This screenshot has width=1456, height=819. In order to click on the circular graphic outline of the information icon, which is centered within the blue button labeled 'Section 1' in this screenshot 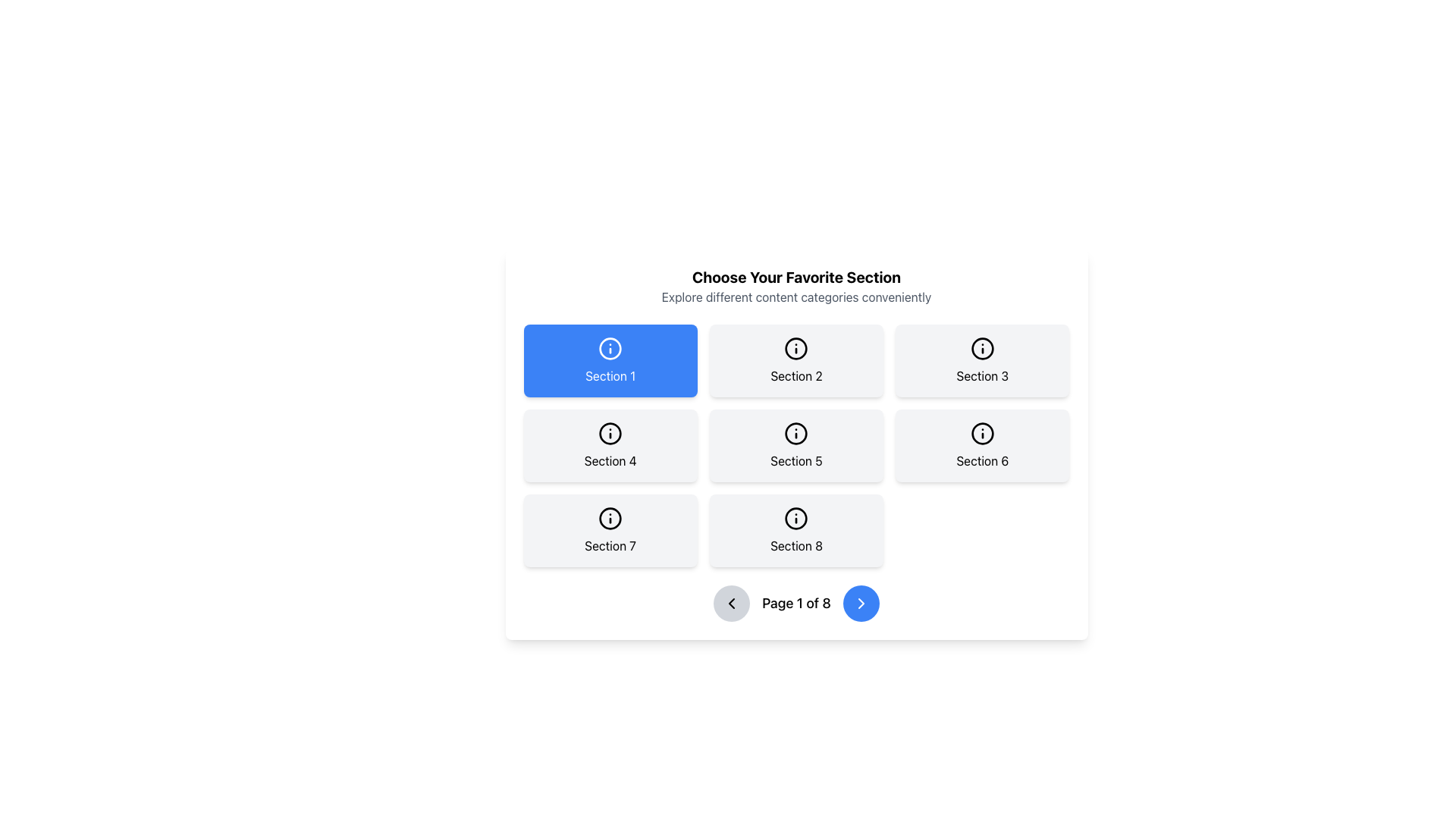, I will do `click(610, 348)`.